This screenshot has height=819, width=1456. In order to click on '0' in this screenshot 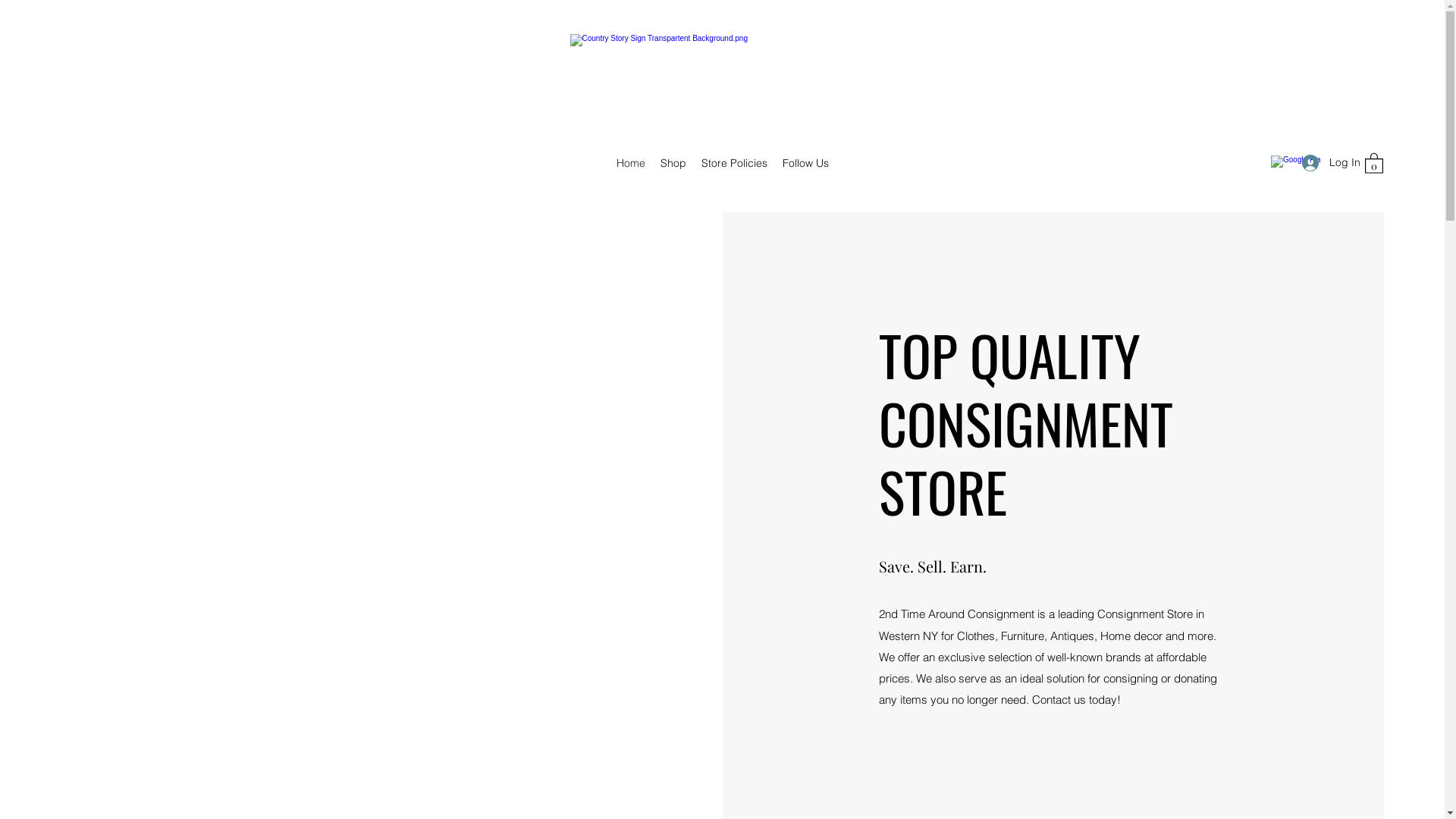, I will do `click(1373, 162)`.